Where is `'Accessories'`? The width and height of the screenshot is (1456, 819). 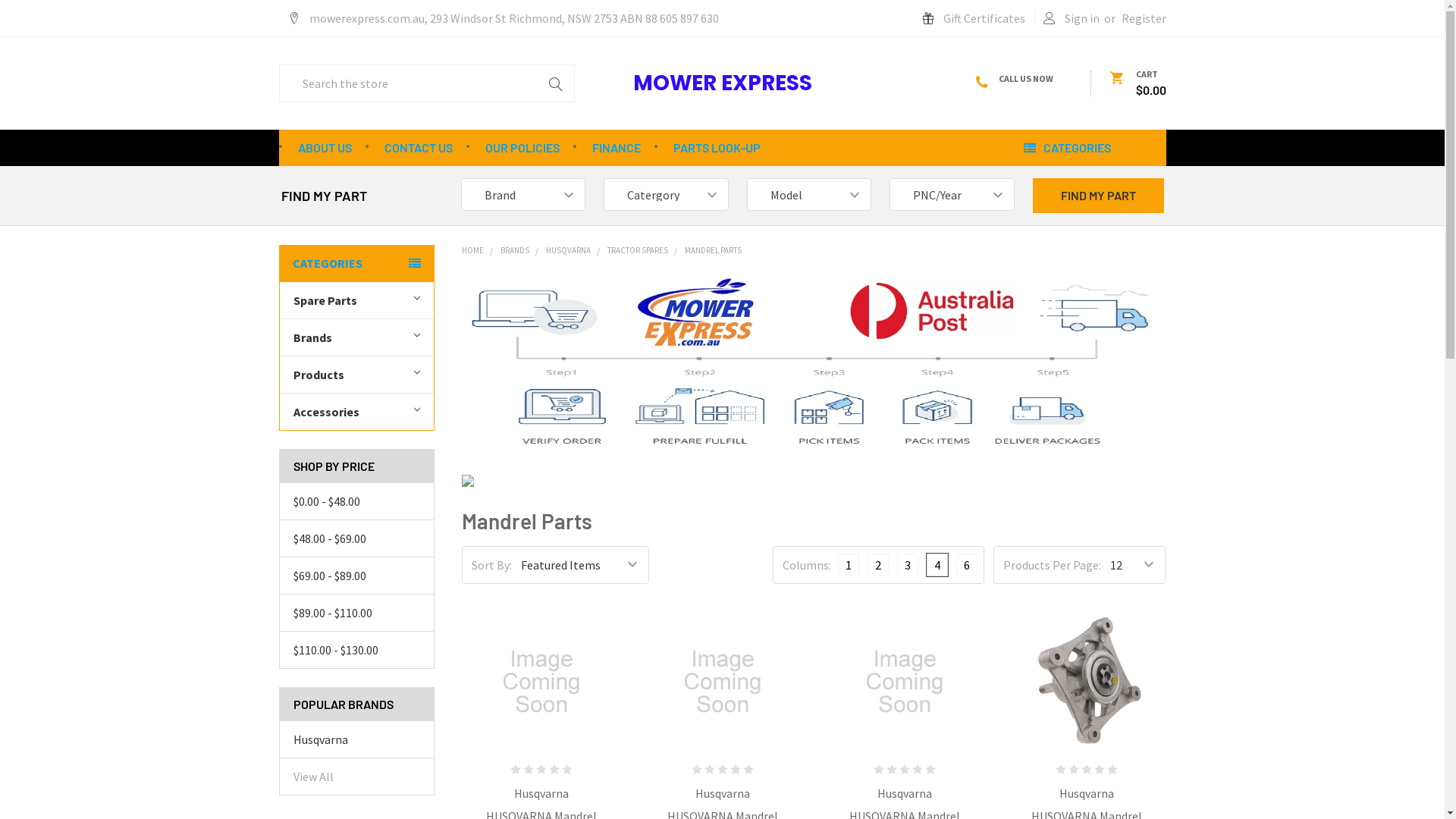 'Accessories' is located at coordinates (279, 411).